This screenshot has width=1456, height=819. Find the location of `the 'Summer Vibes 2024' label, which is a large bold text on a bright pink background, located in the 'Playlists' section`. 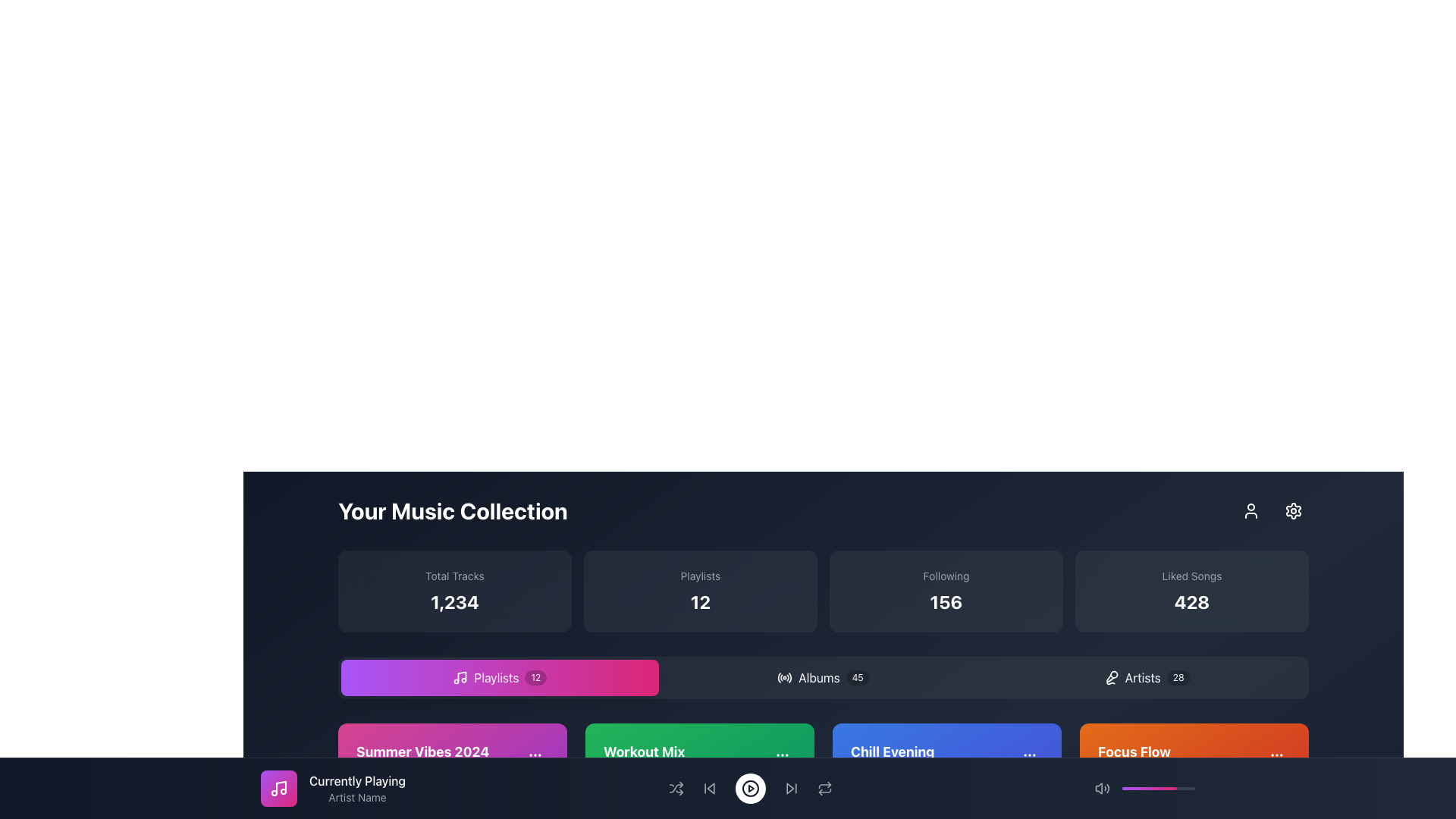

the 'Summer Vibes 2024' label, which is a large bold text on a bright pink background, located in the 'Playlists' section is located at coordinates (422, 752).